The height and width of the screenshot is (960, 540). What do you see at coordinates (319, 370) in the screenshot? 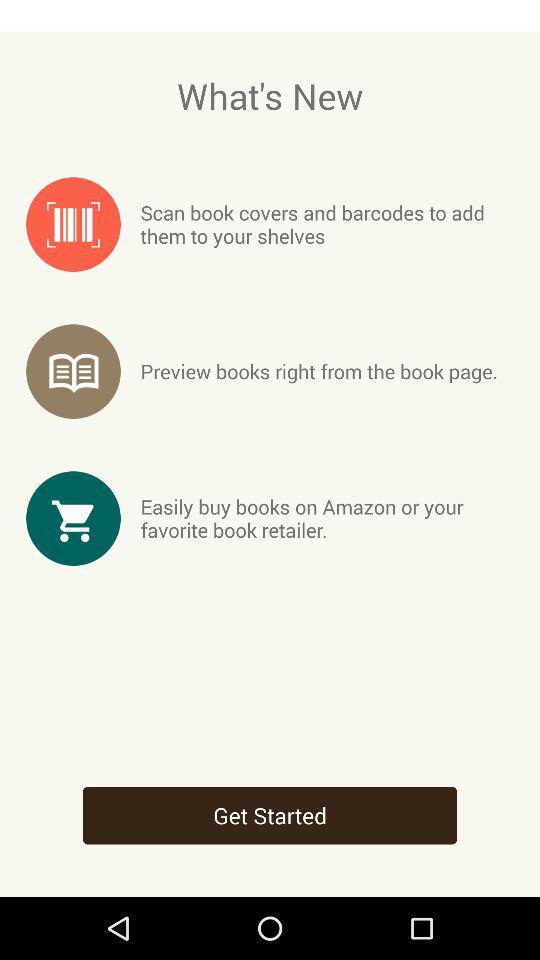
I see `the preview books right` at bounding box center [319, 370].